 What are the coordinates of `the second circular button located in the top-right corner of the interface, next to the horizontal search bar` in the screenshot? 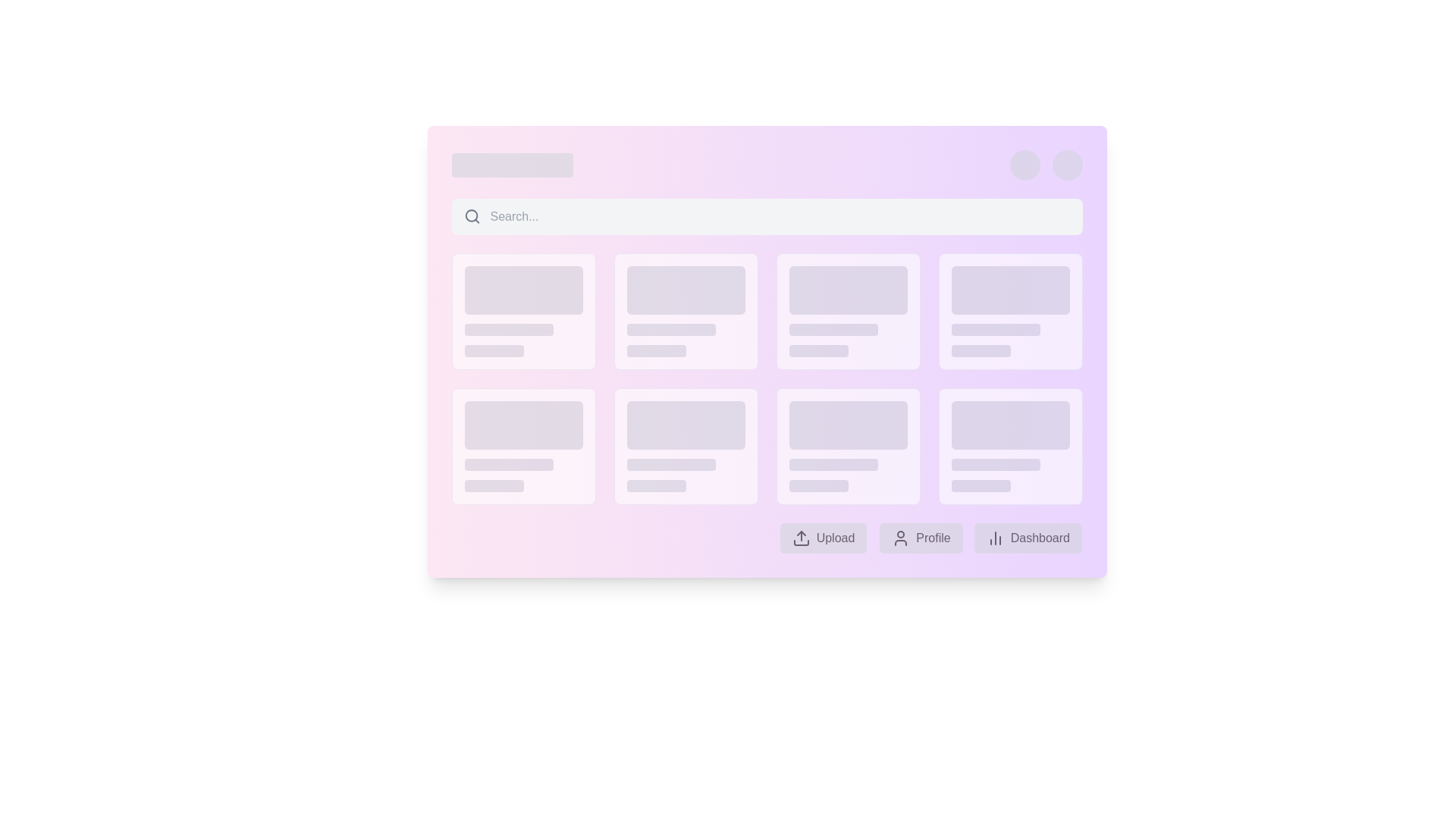 It's located at (1066, 165).